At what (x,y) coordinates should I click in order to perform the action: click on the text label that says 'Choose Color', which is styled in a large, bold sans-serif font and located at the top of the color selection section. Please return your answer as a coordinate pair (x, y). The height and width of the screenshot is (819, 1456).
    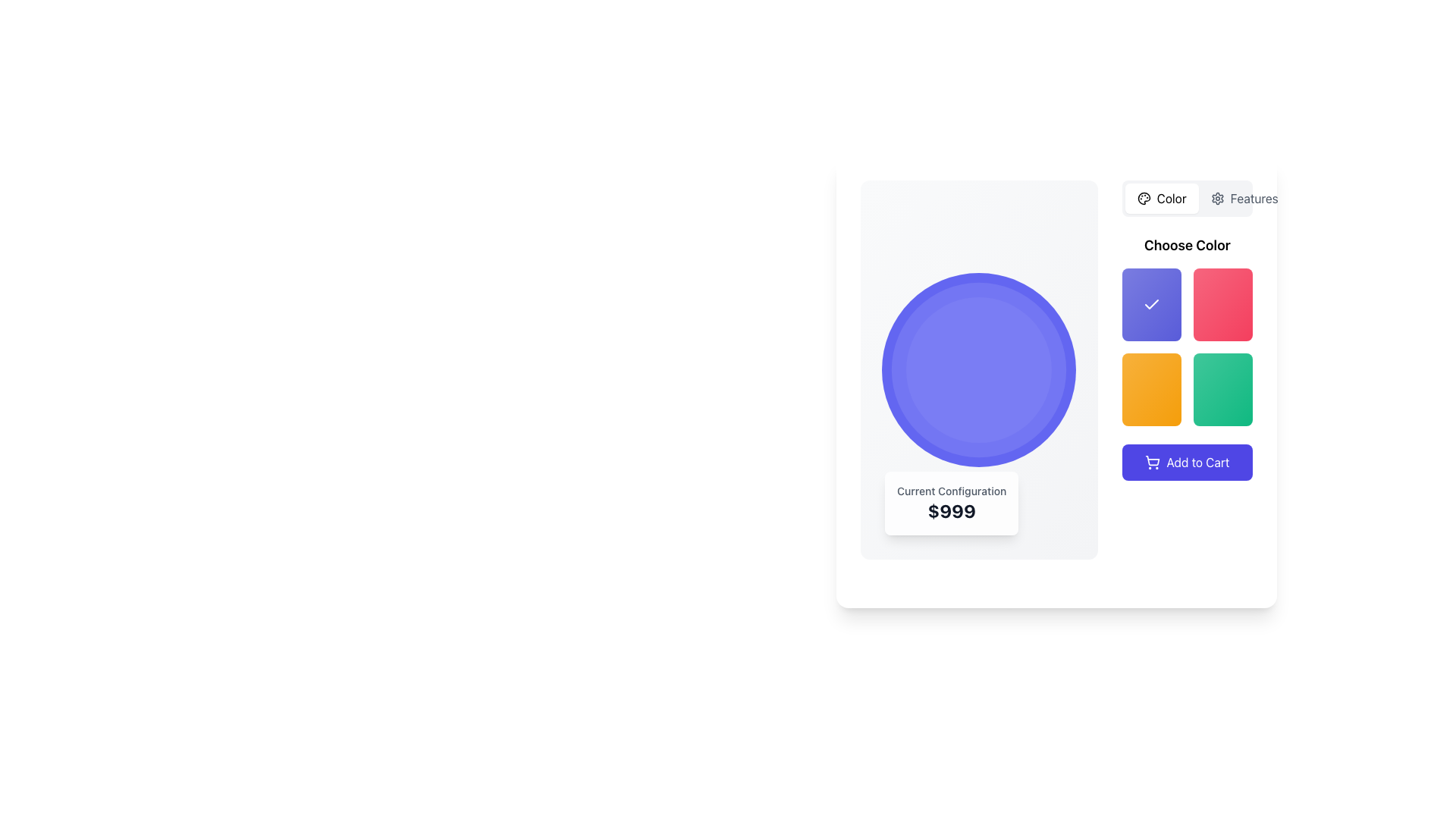
    Looking at the image, I should click on (1186, 245).